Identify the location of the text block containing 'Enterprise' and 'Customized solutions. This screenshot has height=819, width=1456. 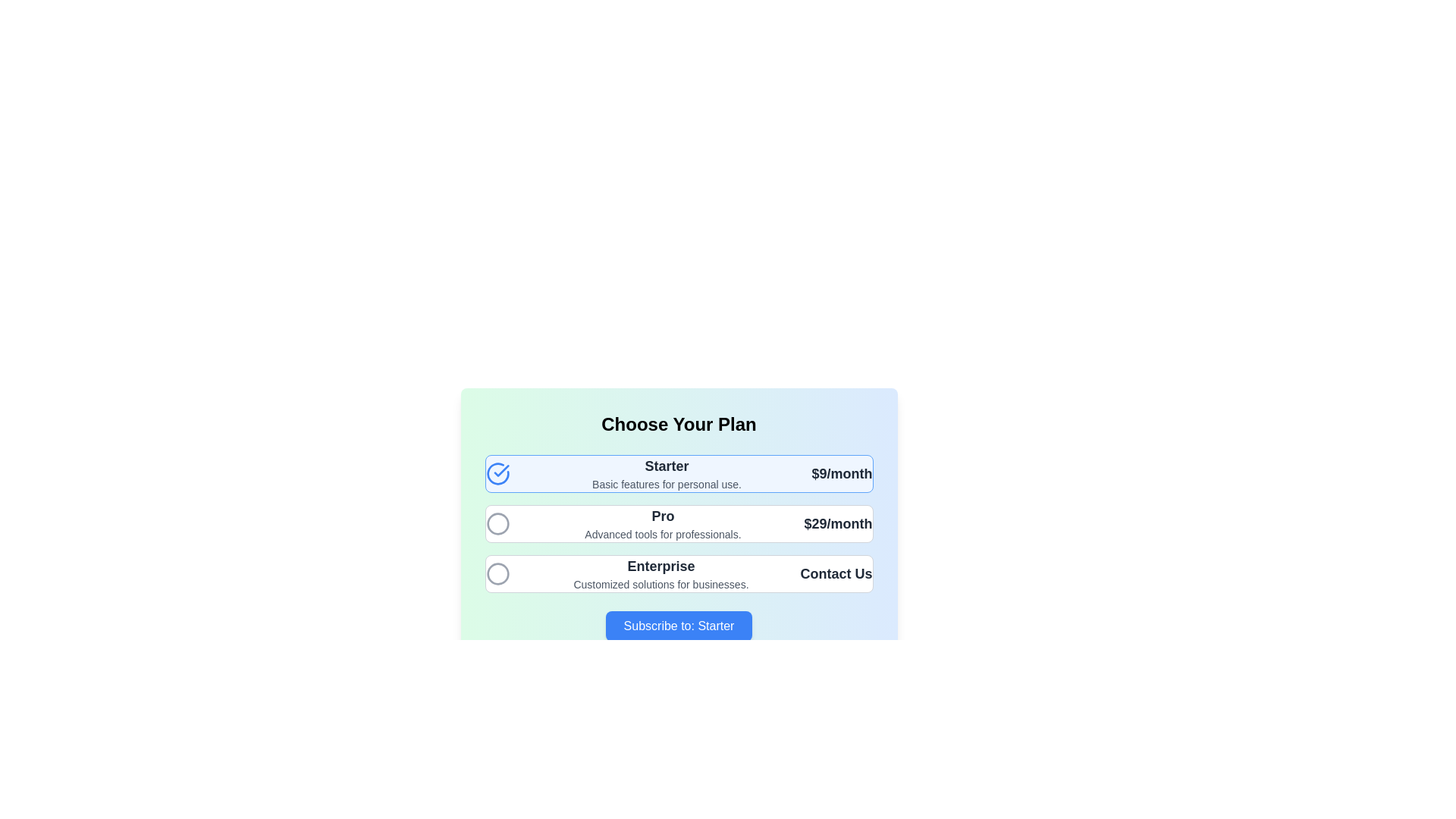
(661, 573).